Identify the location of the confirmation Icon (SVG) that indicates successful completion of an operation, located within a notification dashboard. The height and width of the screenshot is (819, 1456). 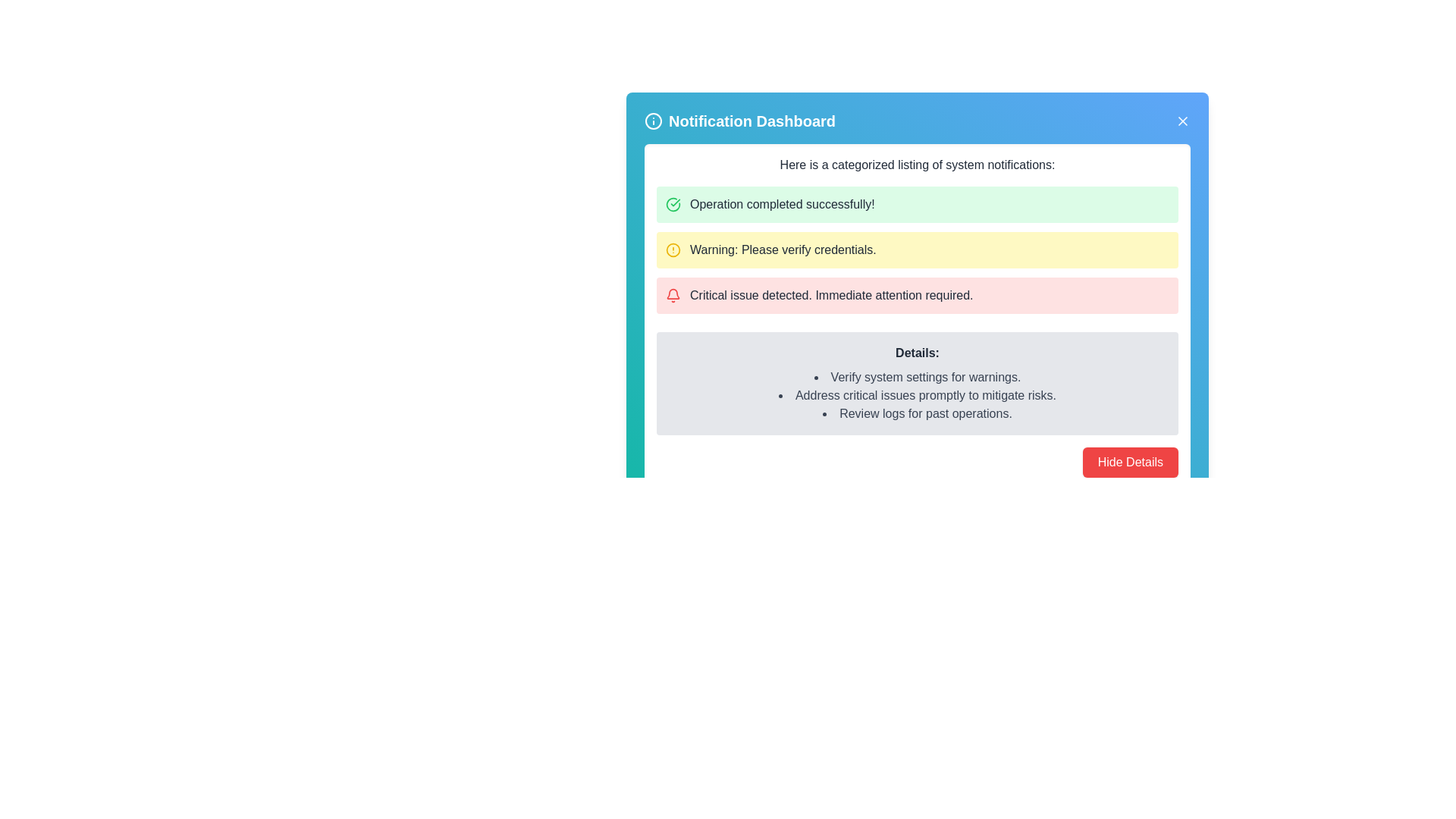
(673, 205).